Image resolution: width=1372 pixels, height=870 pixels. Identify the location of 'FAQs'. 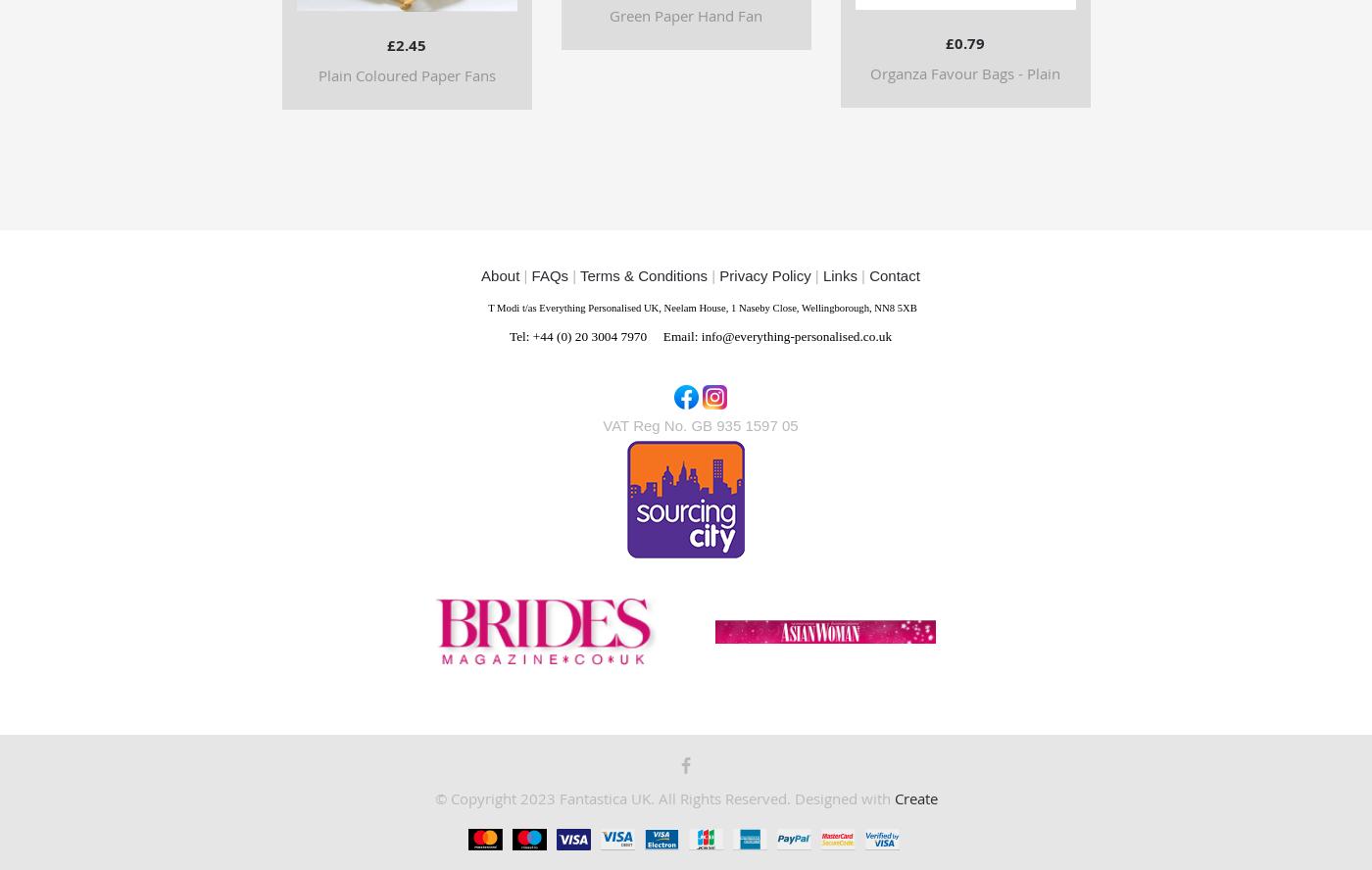
(549, 274).